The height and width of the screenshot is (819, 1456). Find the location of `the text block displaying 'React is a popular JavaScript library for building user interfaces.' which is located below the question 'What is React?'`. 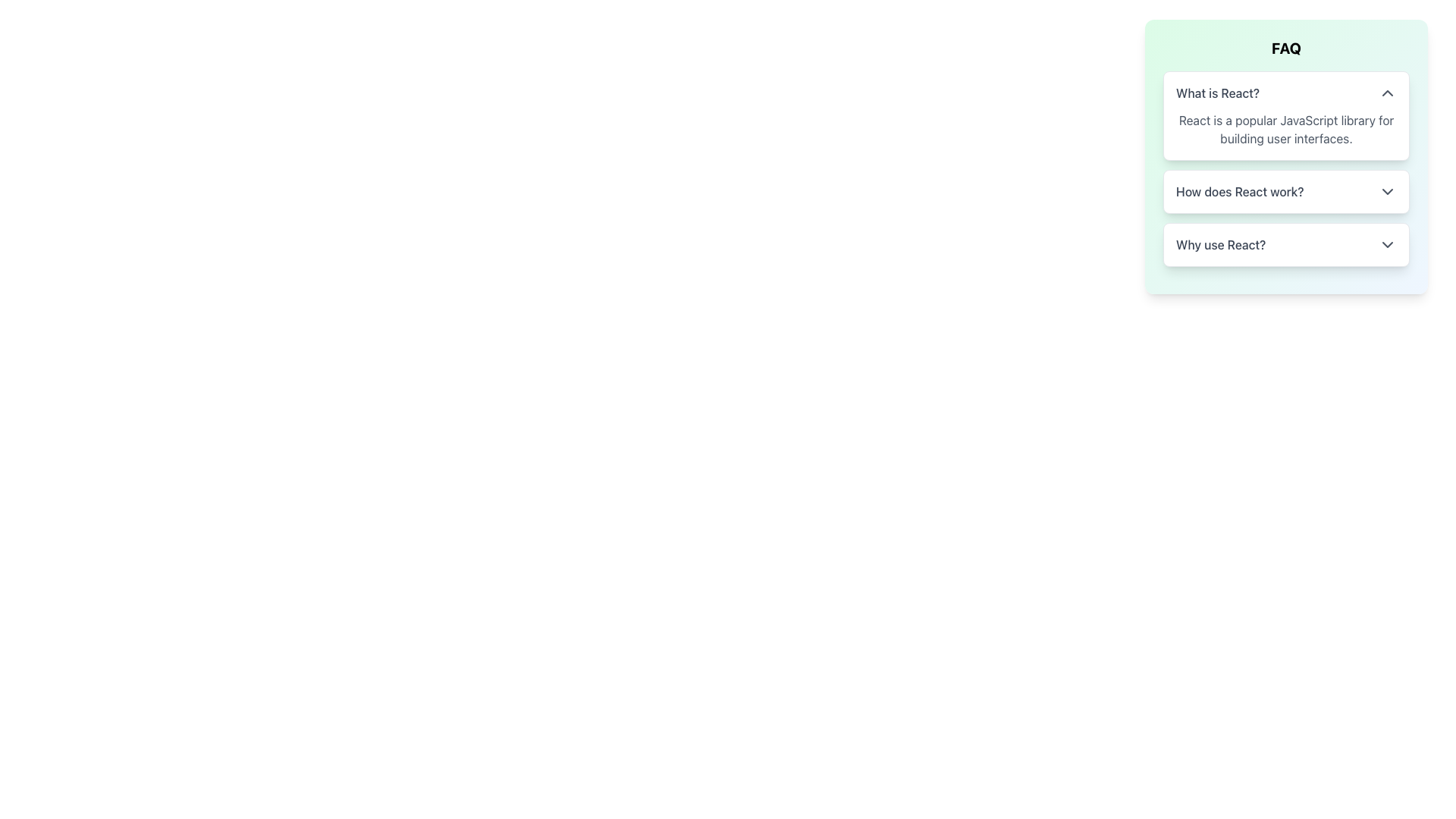

the text block displaying 'React is a popular JavaScript library for building user interfaces.' which is located below the question 'What is React?' is located at coordinates (1285, 128).